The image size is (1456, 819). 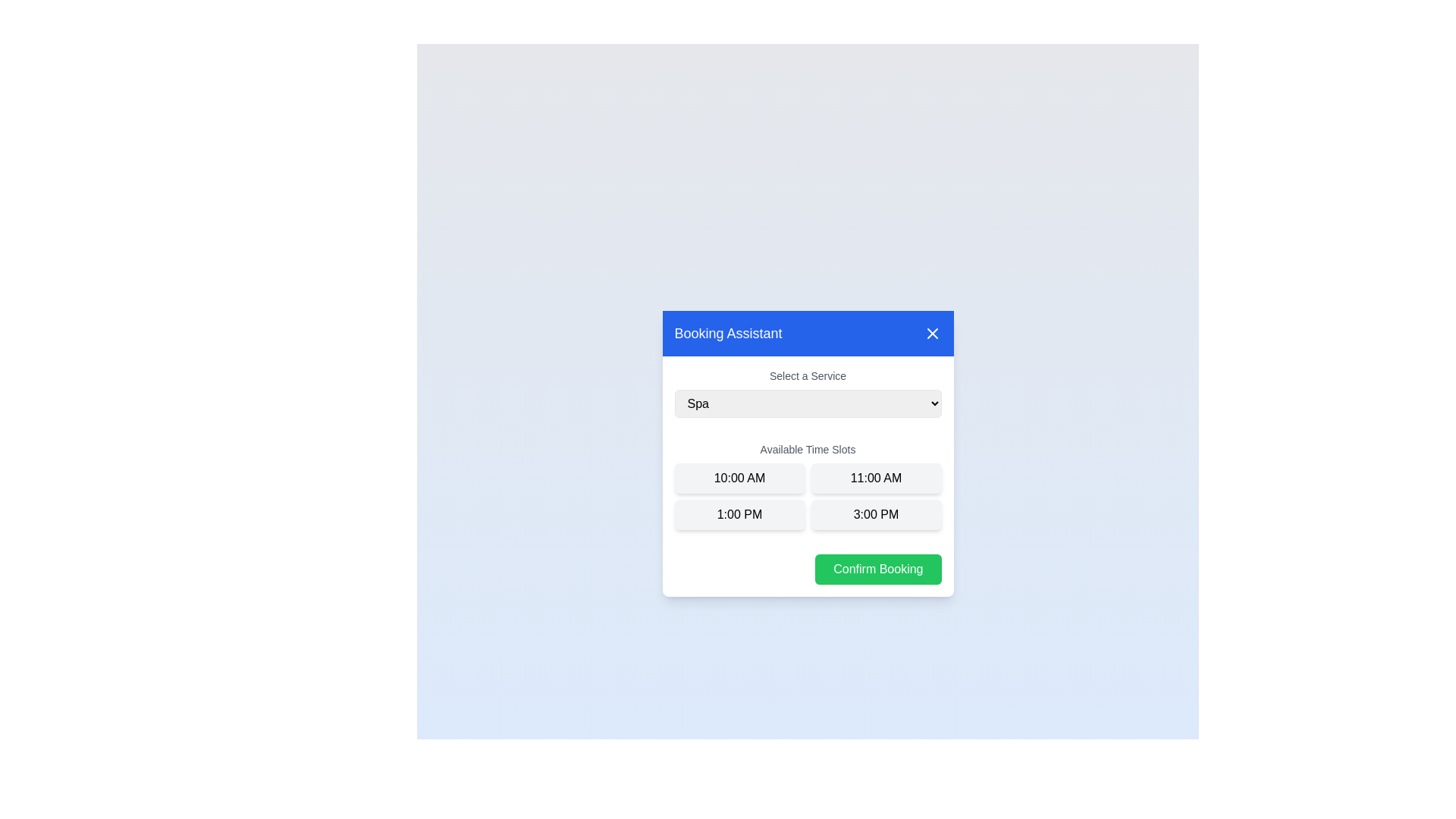 I want to click on the time slot 10:00 AM by clicking on its button, so click(x=739, y=478).